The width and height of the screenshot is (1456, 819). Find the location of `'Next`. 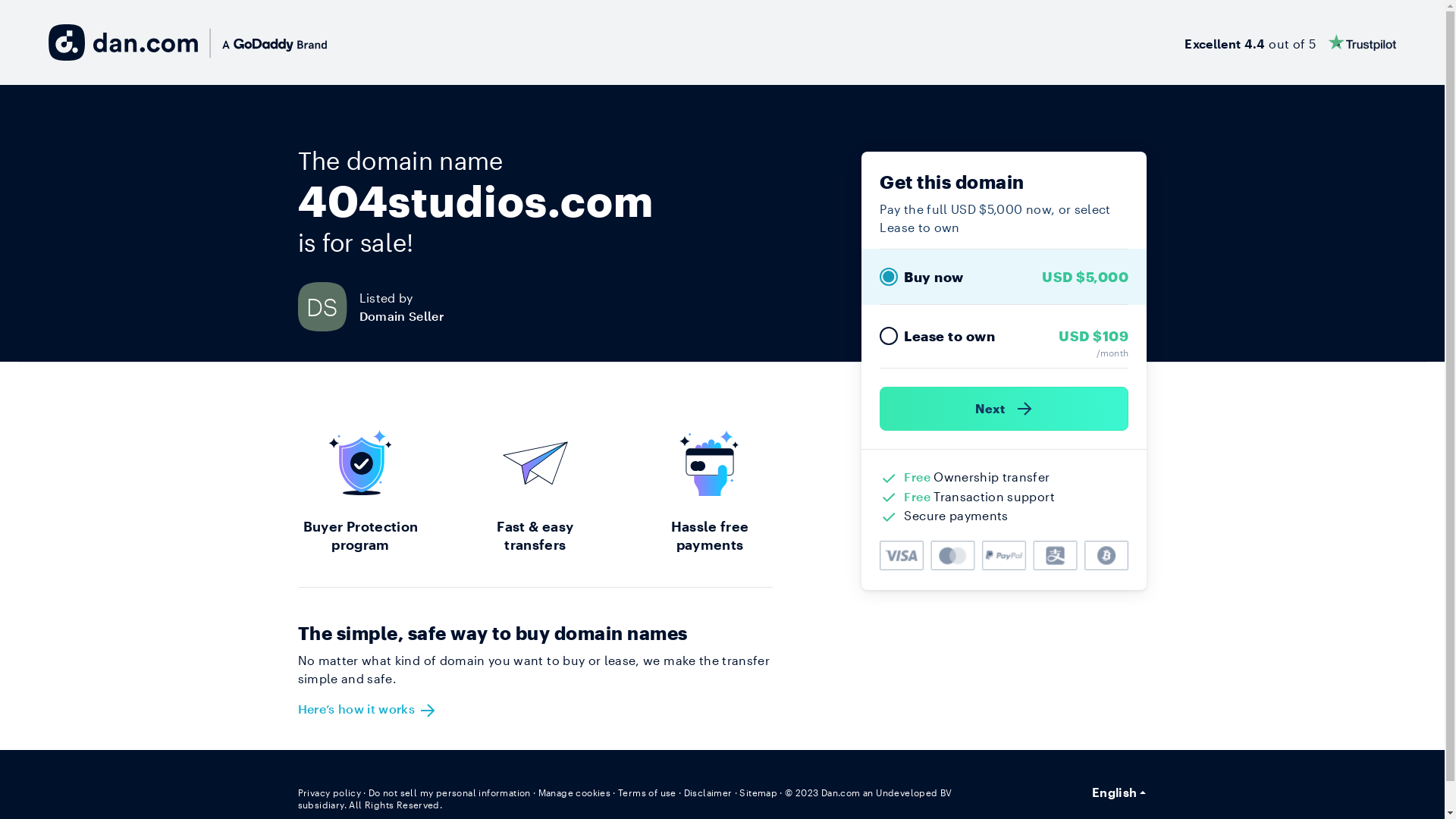

'Next is located at coordinates (1004, 408).